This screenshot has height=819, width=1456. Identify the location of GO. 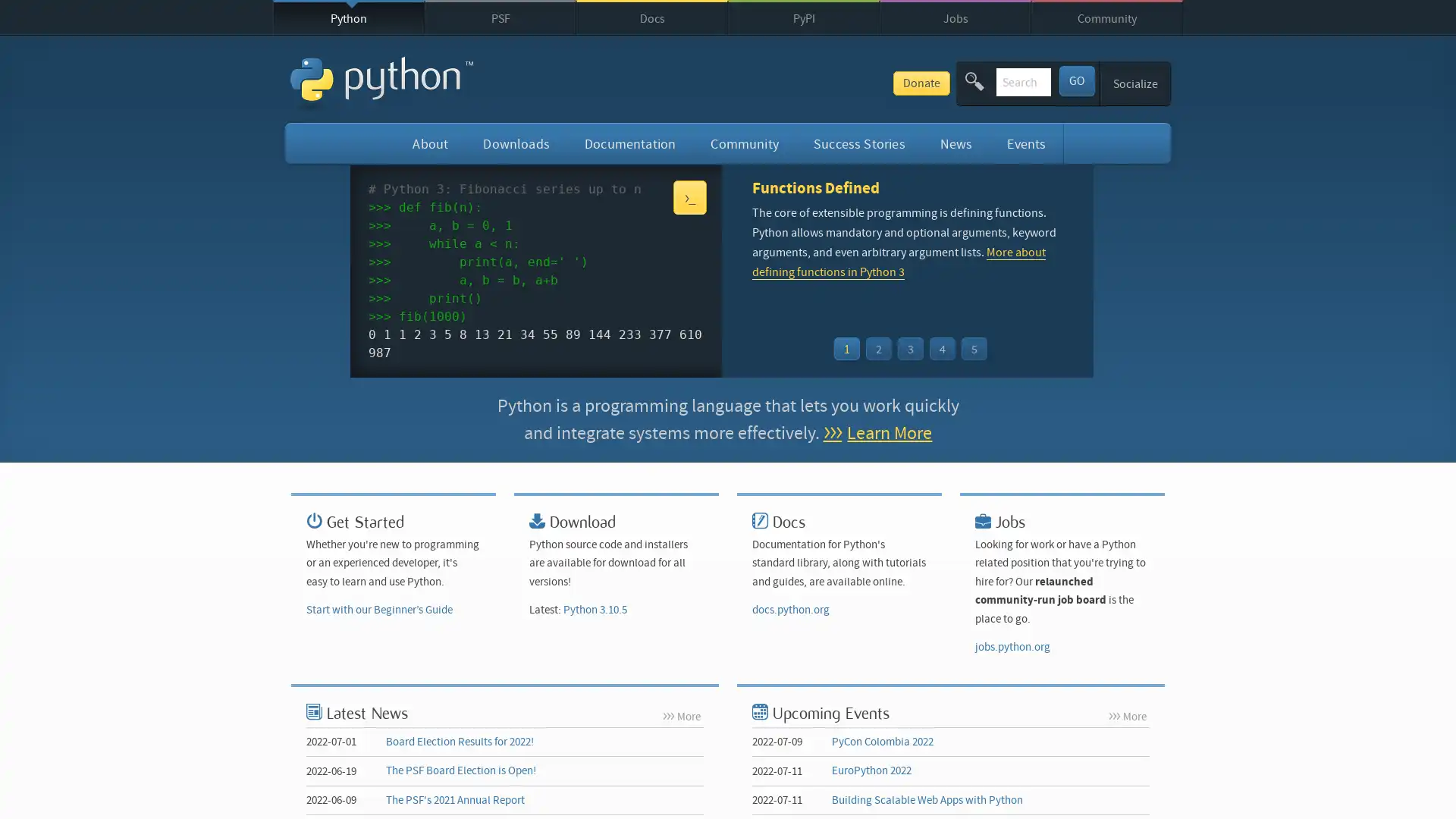
(1075, 80).